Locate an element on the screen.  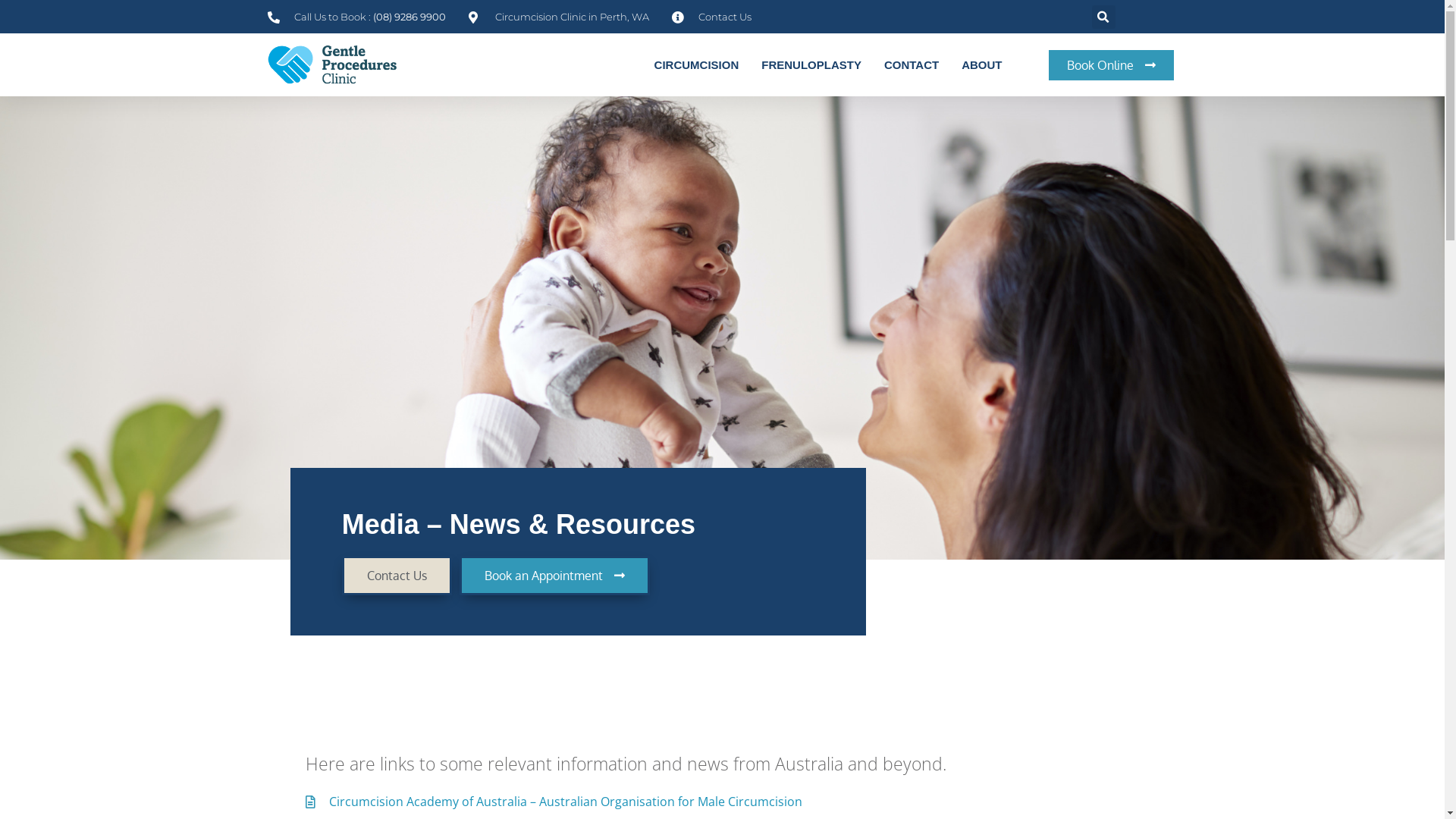
'FRENULOPLASTY' is located at coordinates (811, 64).